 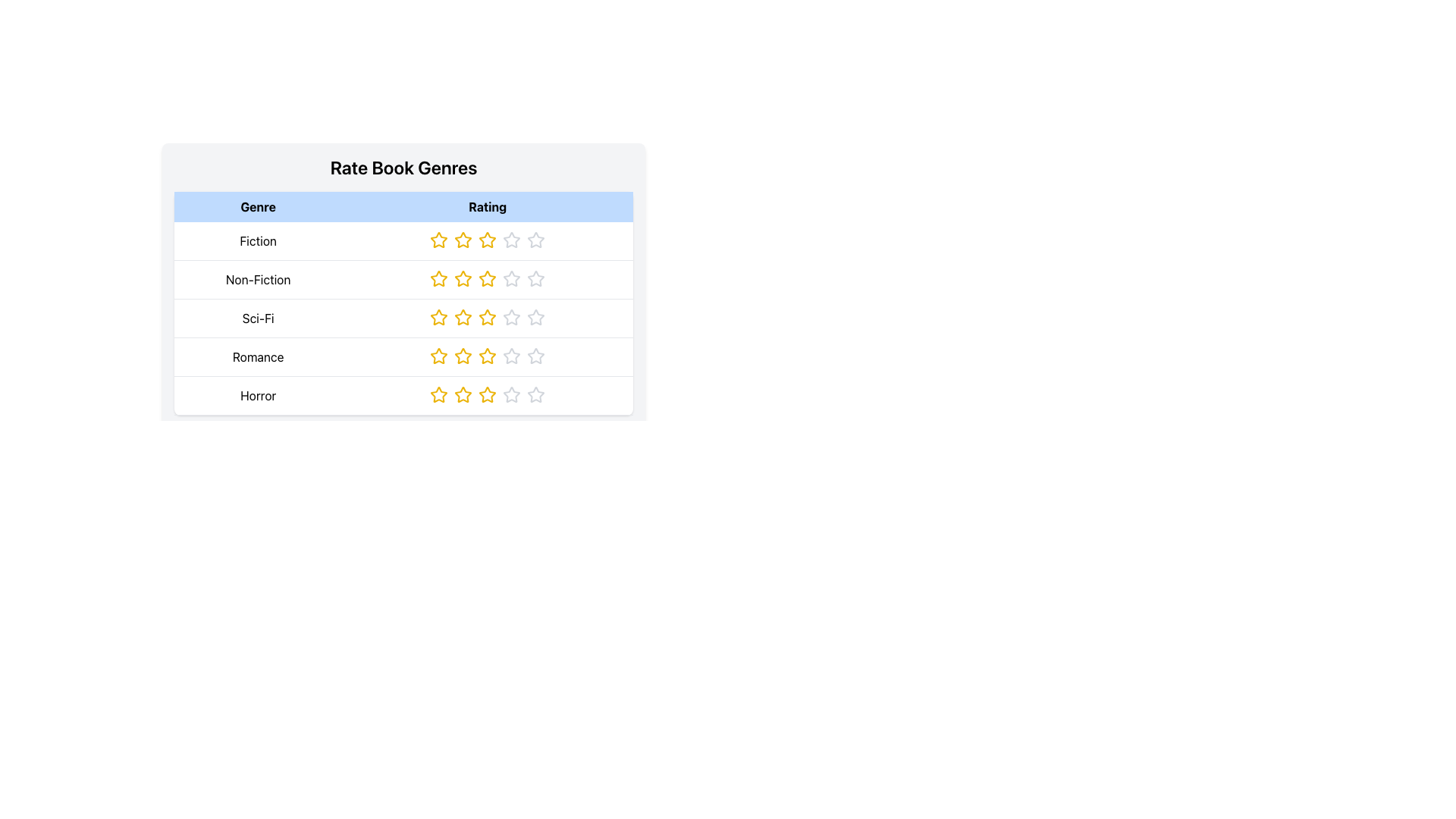 What do you see at coordinates (536, 278) in the screenshot?
I see `the fourth star icon in the 'Rating' column of the 'Non-Fiction' row, which indicates an unselected rating state` at bounding box center [536, 278].